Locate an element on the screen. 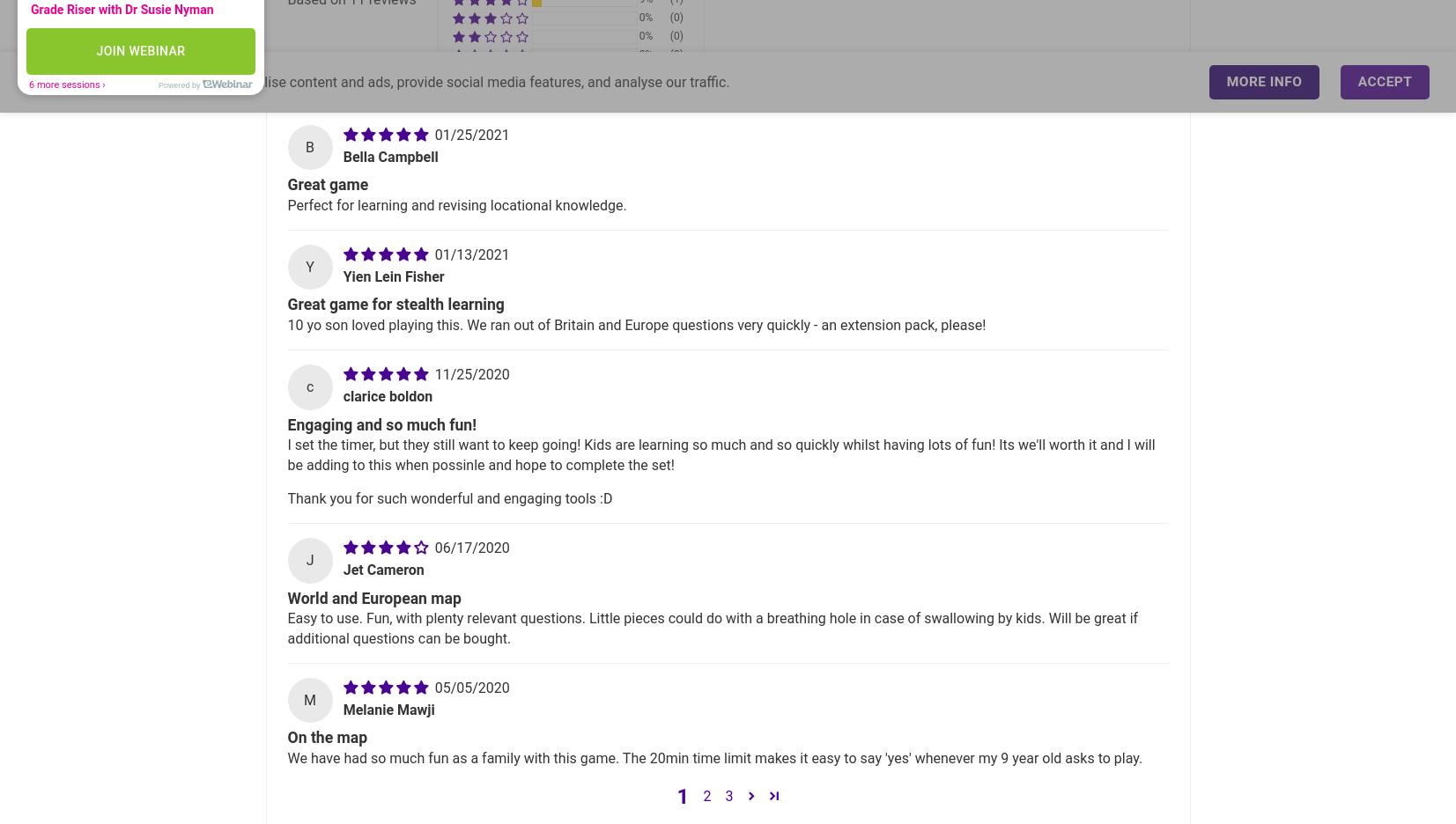 Image resolution: width=1456 pixels, height=824 pixels. '05/05/2020' is located at coordinates (470, 687).